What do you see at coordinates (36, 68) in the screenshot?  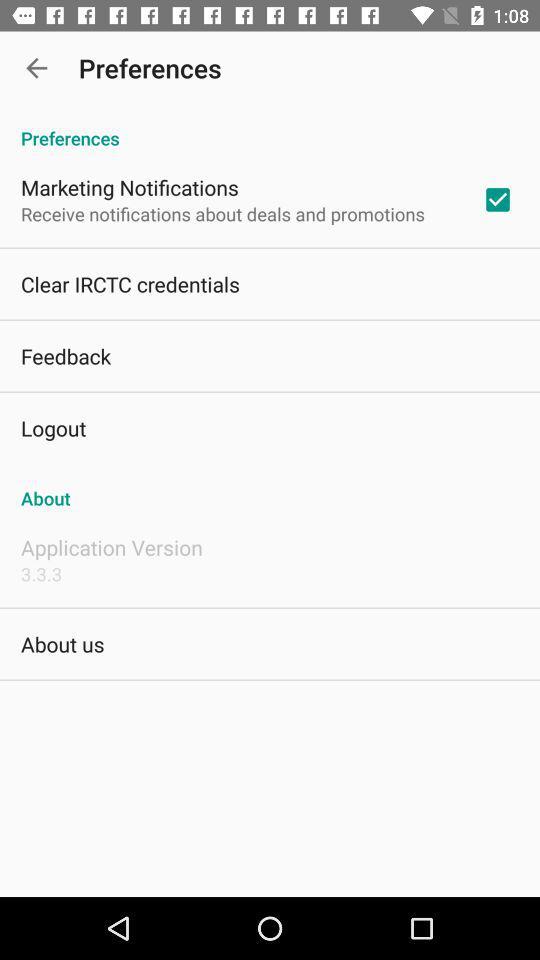 I see `app next to the preferences app` at bounding box center [36, 68].